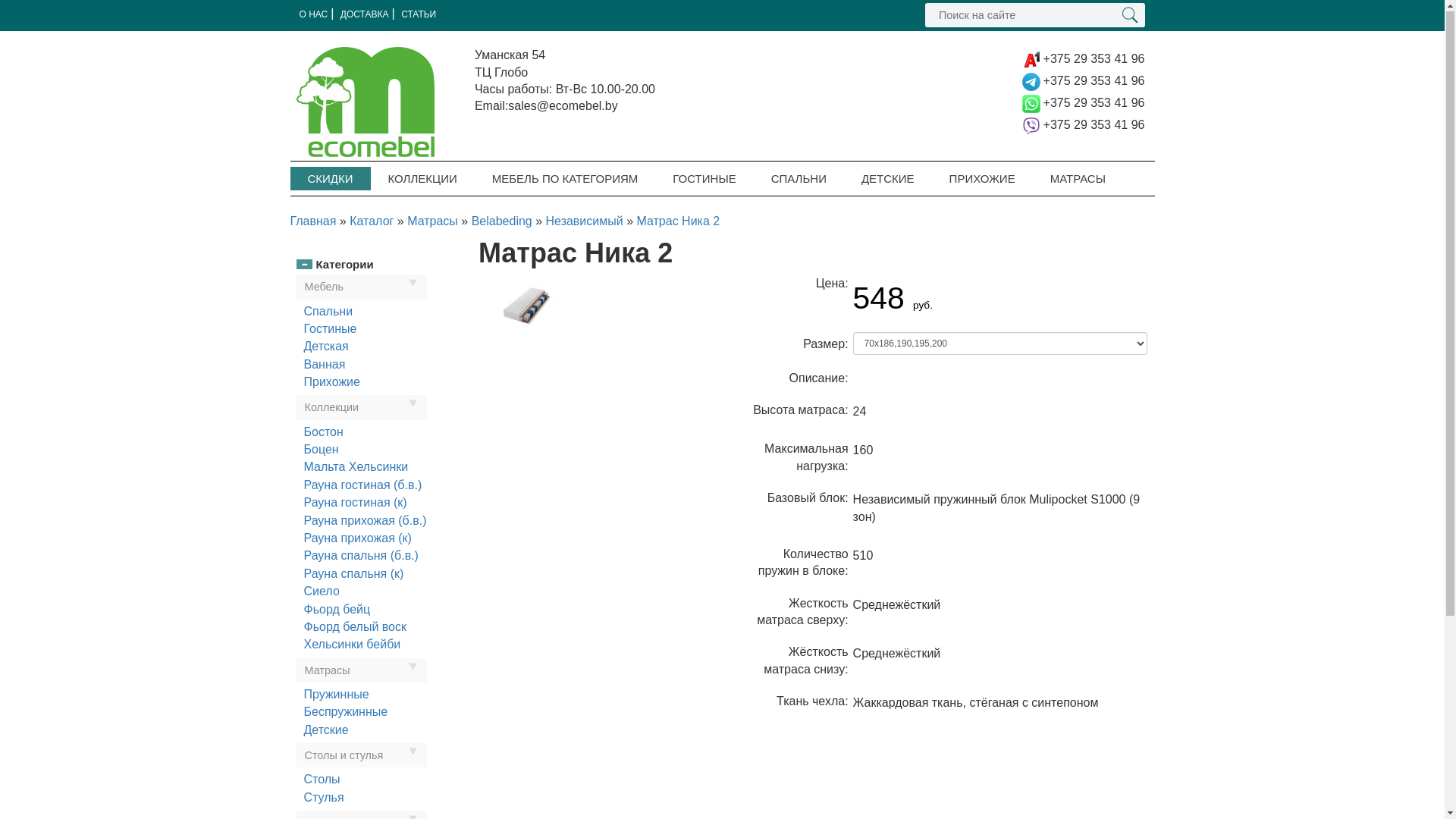 The image size is (1456, 819). Describe the element at coordinates (1019, 102) in the screenshot. I see `'WhatsApp'` at that location.